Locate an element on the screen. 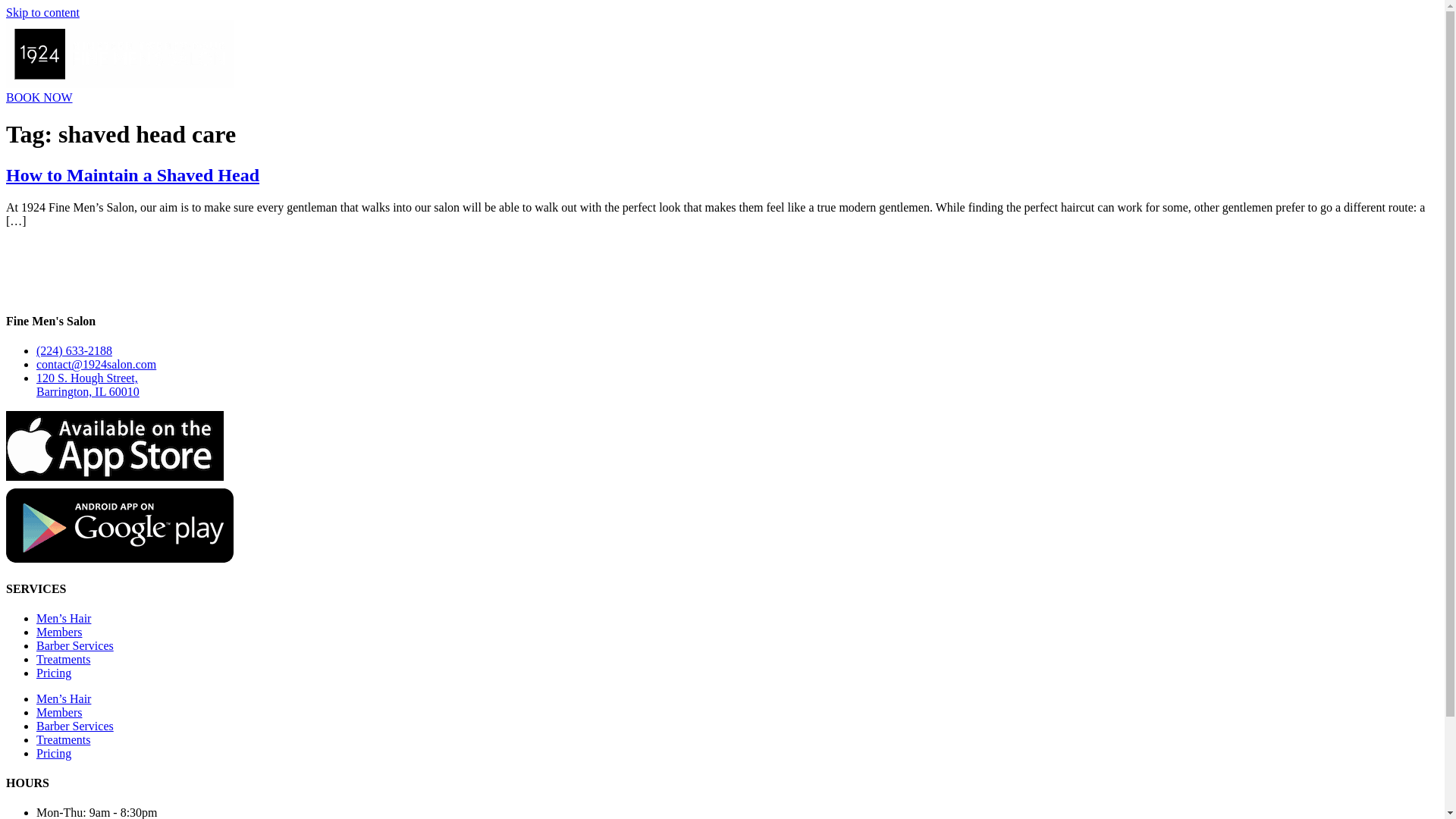 The height and width of the screenshot is (819, 1456). 'Pricing' is located at coordinates (54, 753).